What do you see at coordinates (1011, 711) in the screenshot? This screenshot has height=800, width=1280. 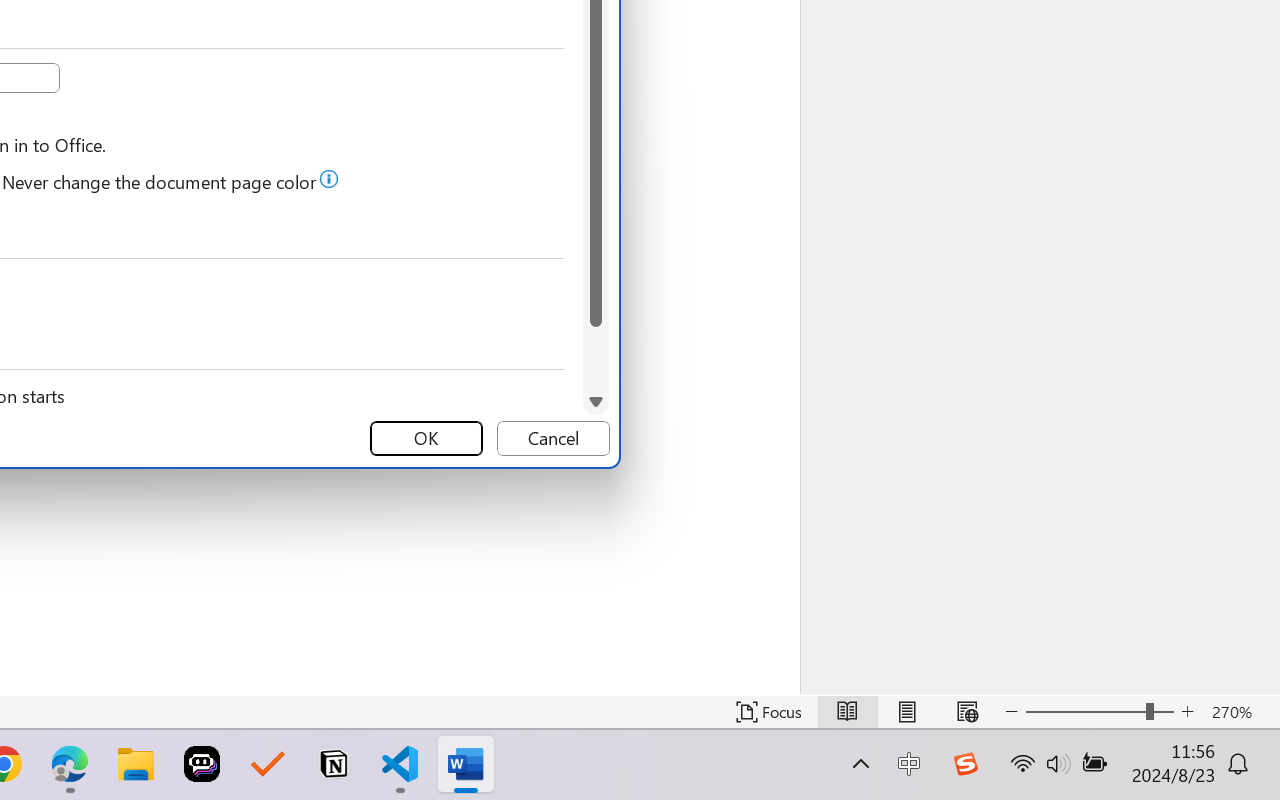 I see `'Decrease Text Size'` at bounding box center [1011, 711].